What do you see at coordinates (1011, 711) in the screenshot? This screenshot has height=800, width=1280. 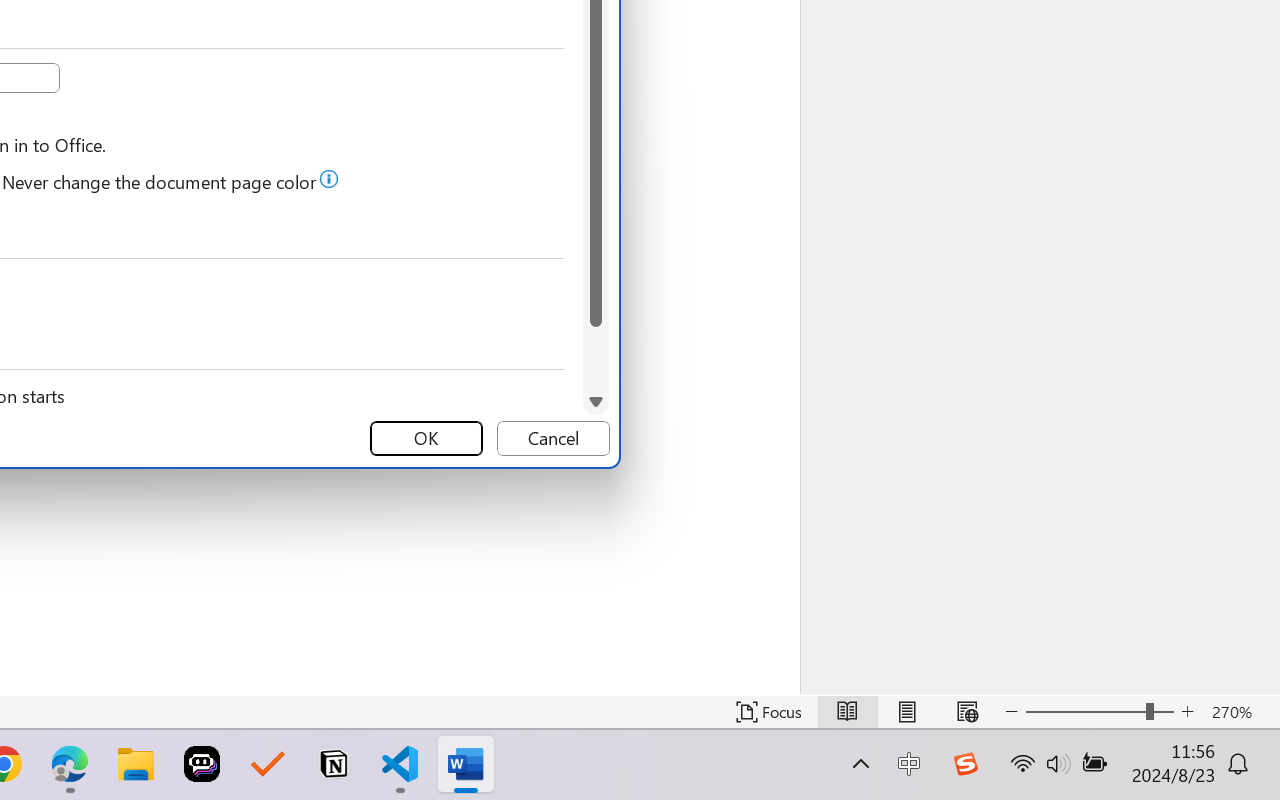 I see `'Decrease Text Size'` at bounding box center [1011, 711].